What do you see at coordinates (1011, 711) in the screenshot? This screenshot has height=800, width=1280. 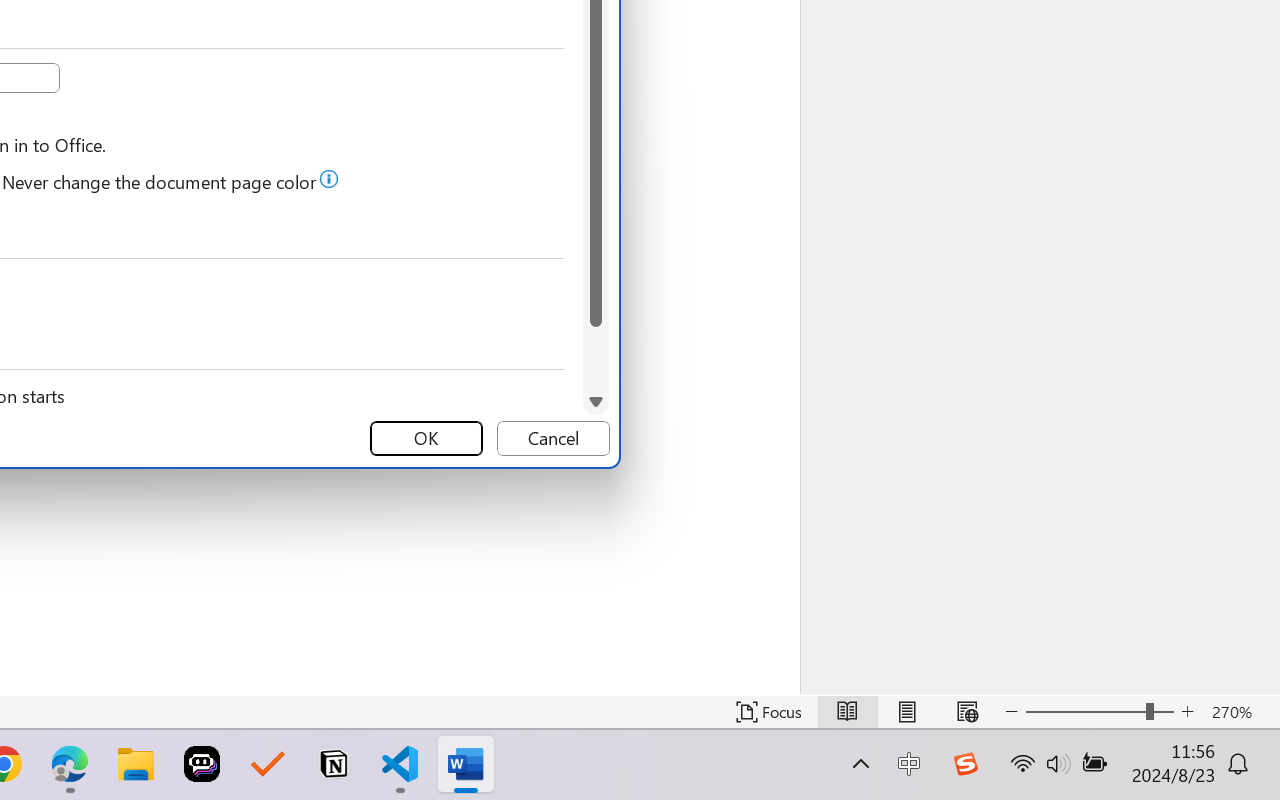 I see `'Decrease Text Size'` at bounding box center [1011, 711].